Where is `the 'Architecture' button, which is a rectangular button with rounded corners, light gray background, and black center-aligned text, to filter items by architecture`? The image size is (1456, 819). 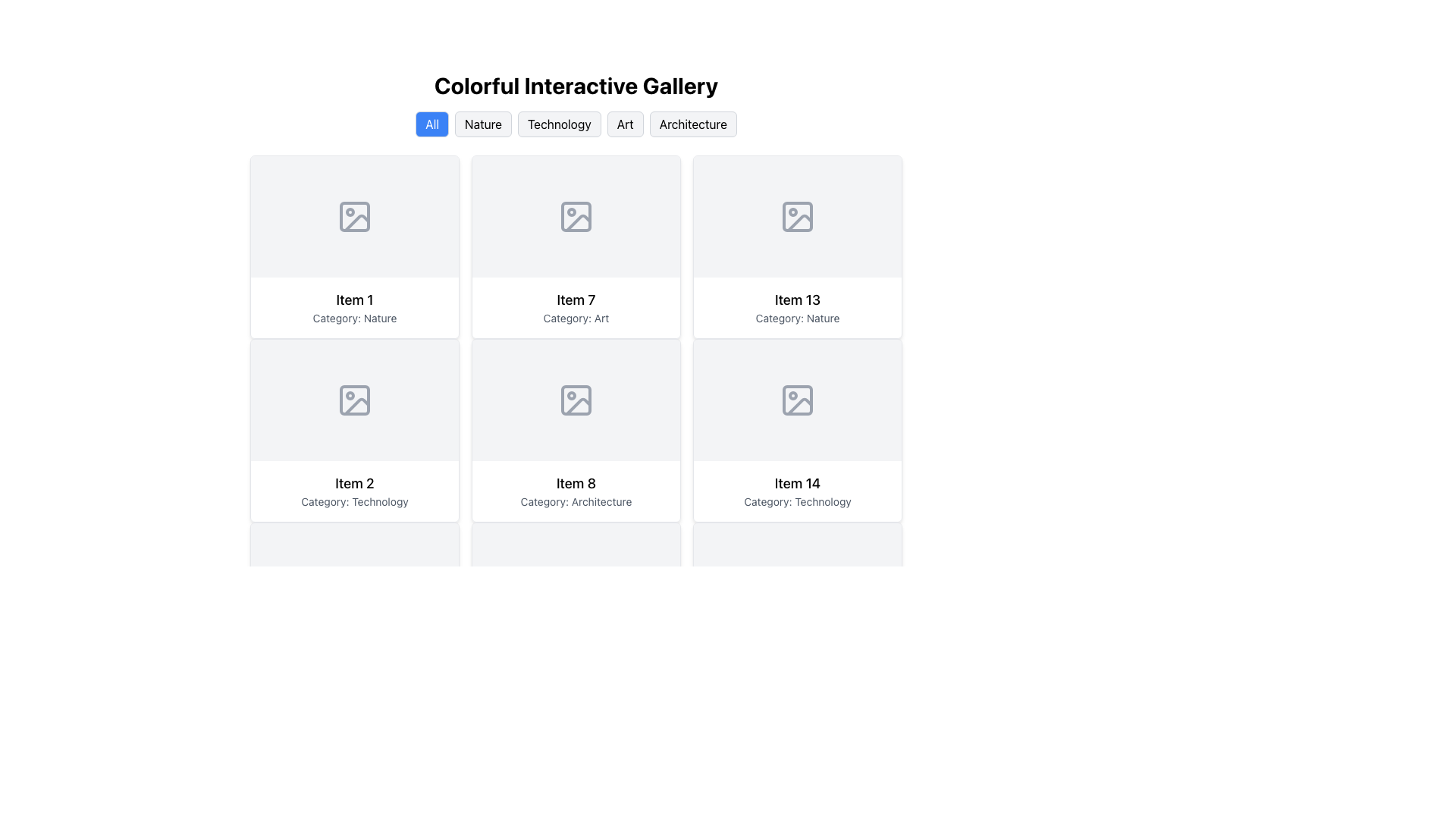
the 'Architecture' button, which is a rectangular button with rounded corners, light gray background, and black center-aligned text, to filter items by architecture is located at coordinates (692, 124).